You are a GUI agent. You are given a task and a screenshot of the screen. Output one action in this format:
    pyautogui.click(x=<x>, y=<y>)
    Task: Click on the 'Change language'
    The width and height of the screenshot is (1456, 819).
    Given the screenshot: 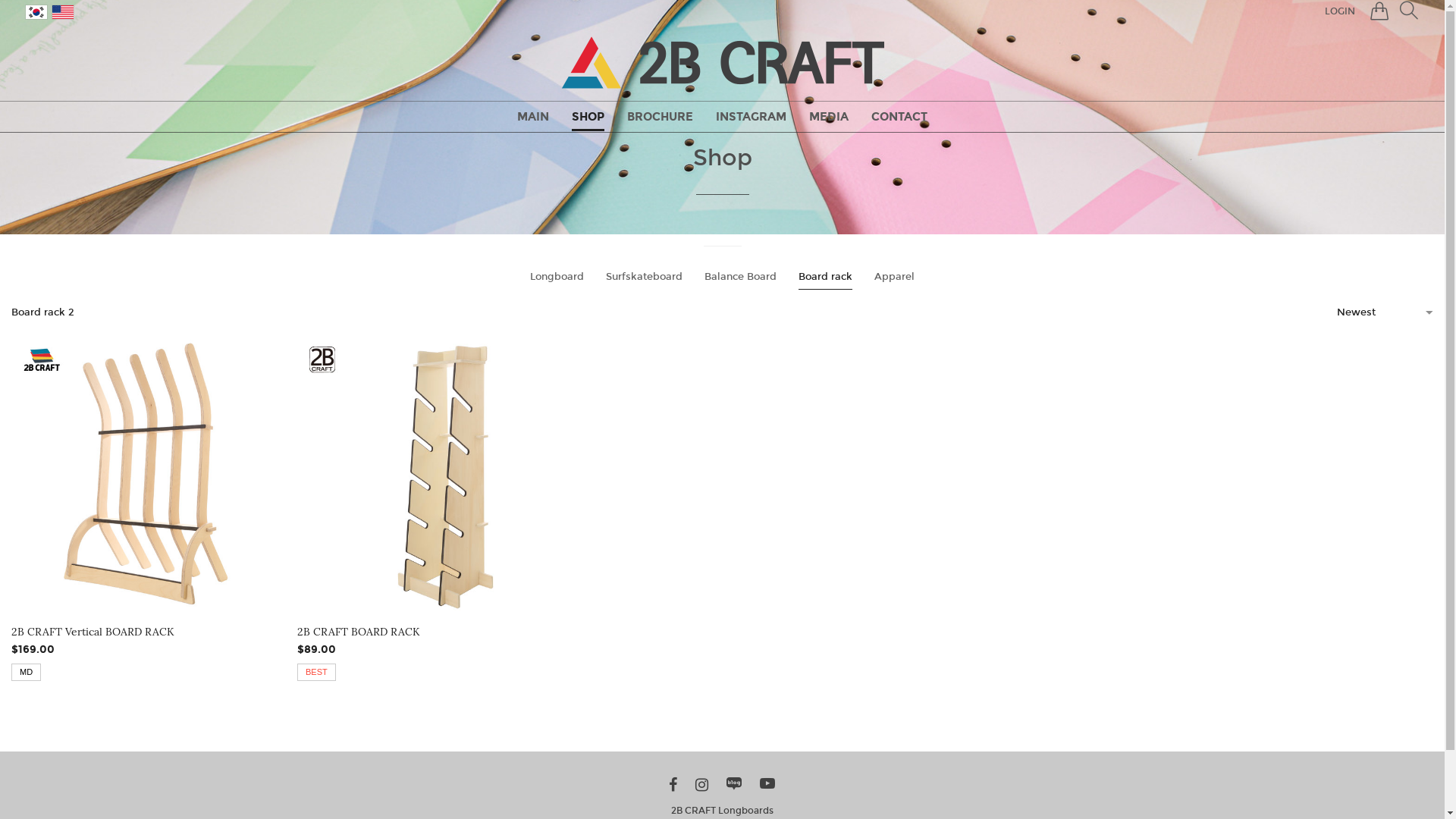 What is the action you would take?
    pyautogui.click(x=36, y=11)
    